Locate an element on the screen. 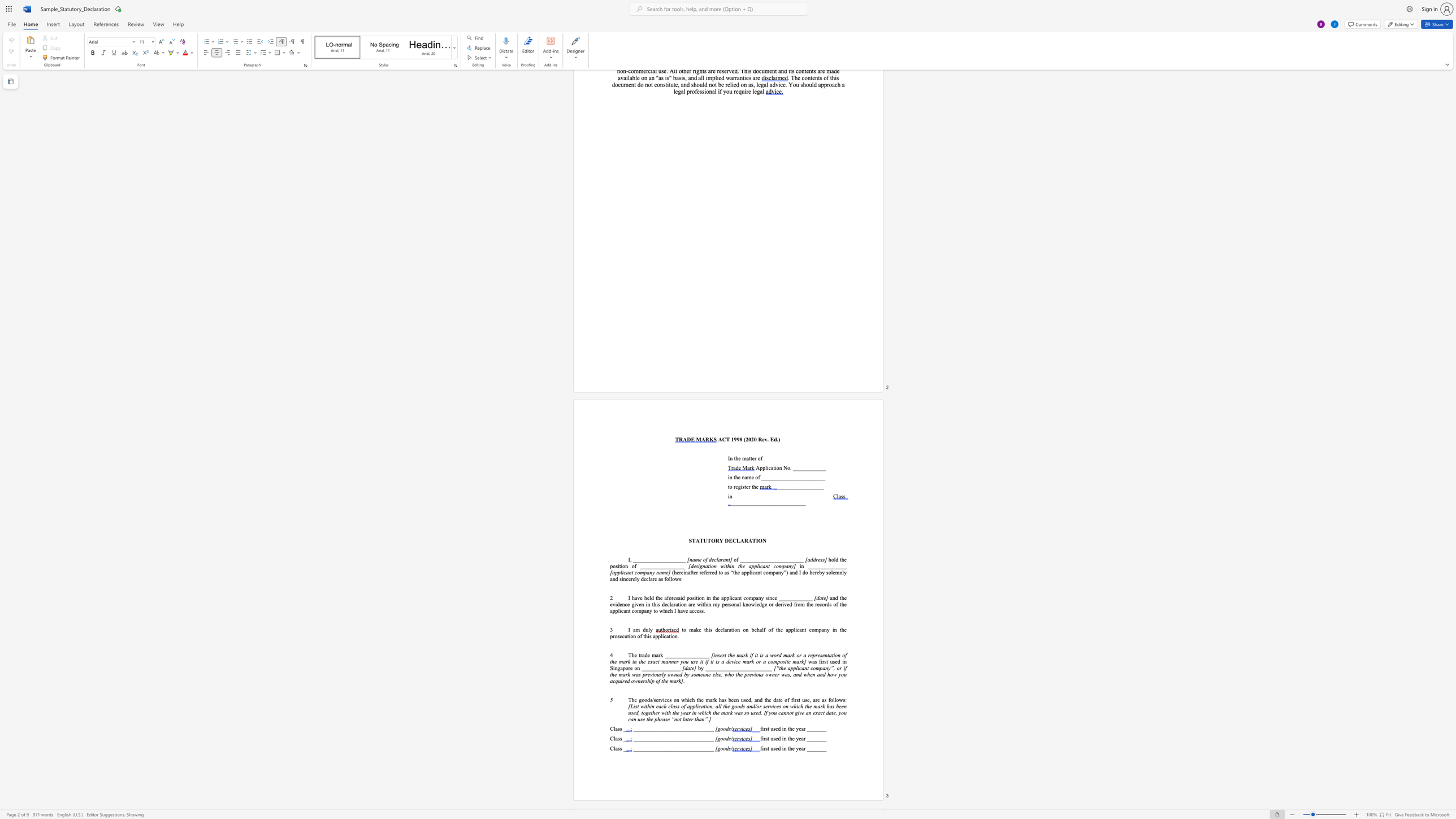  the subset text "_______________" within the text "_____________________________" is located at coordinates (672, 748).